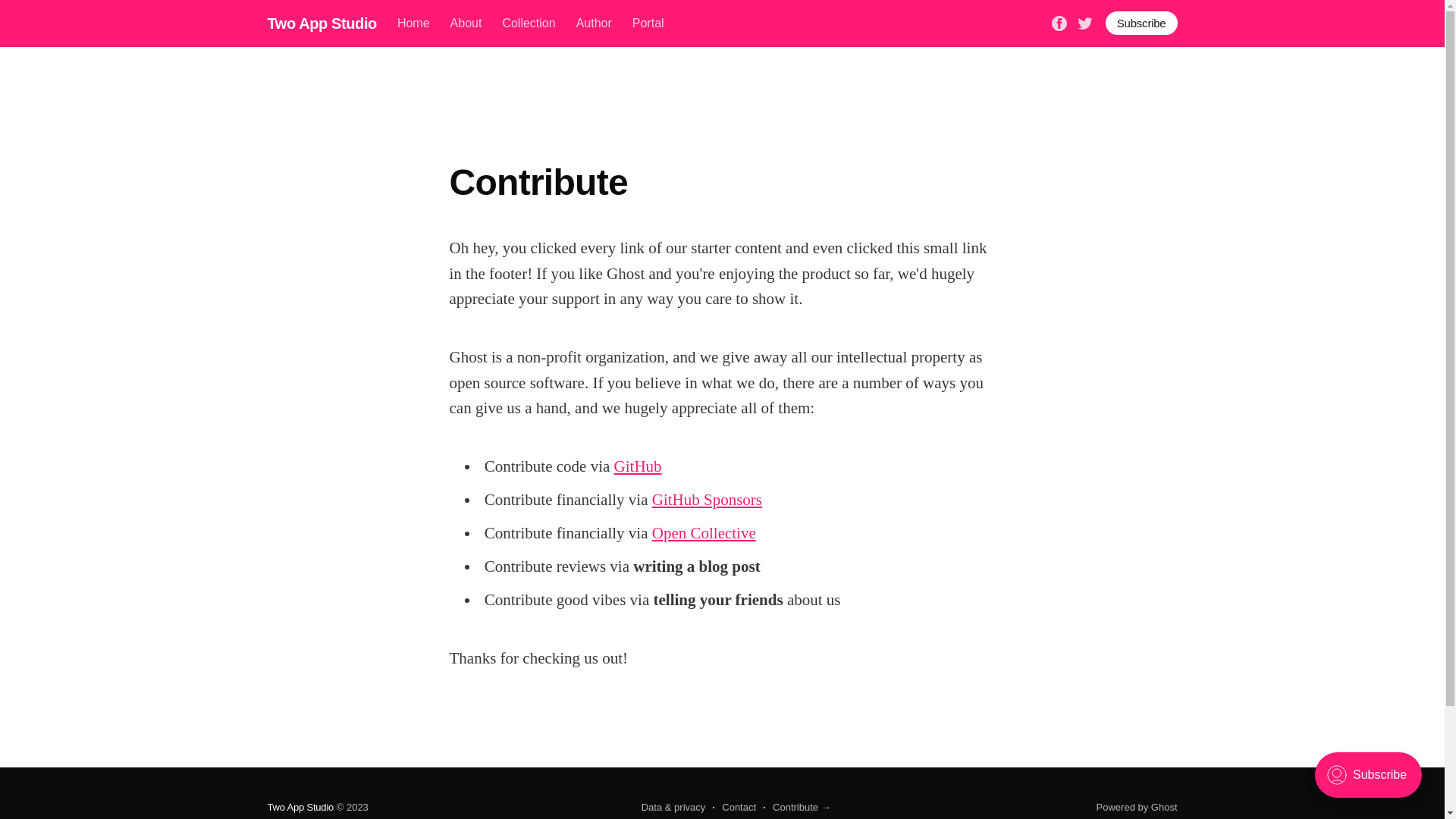 Image resolution: width=1456 pixels, height=819 pixels. I want to click on 'About', so click(465, 23).